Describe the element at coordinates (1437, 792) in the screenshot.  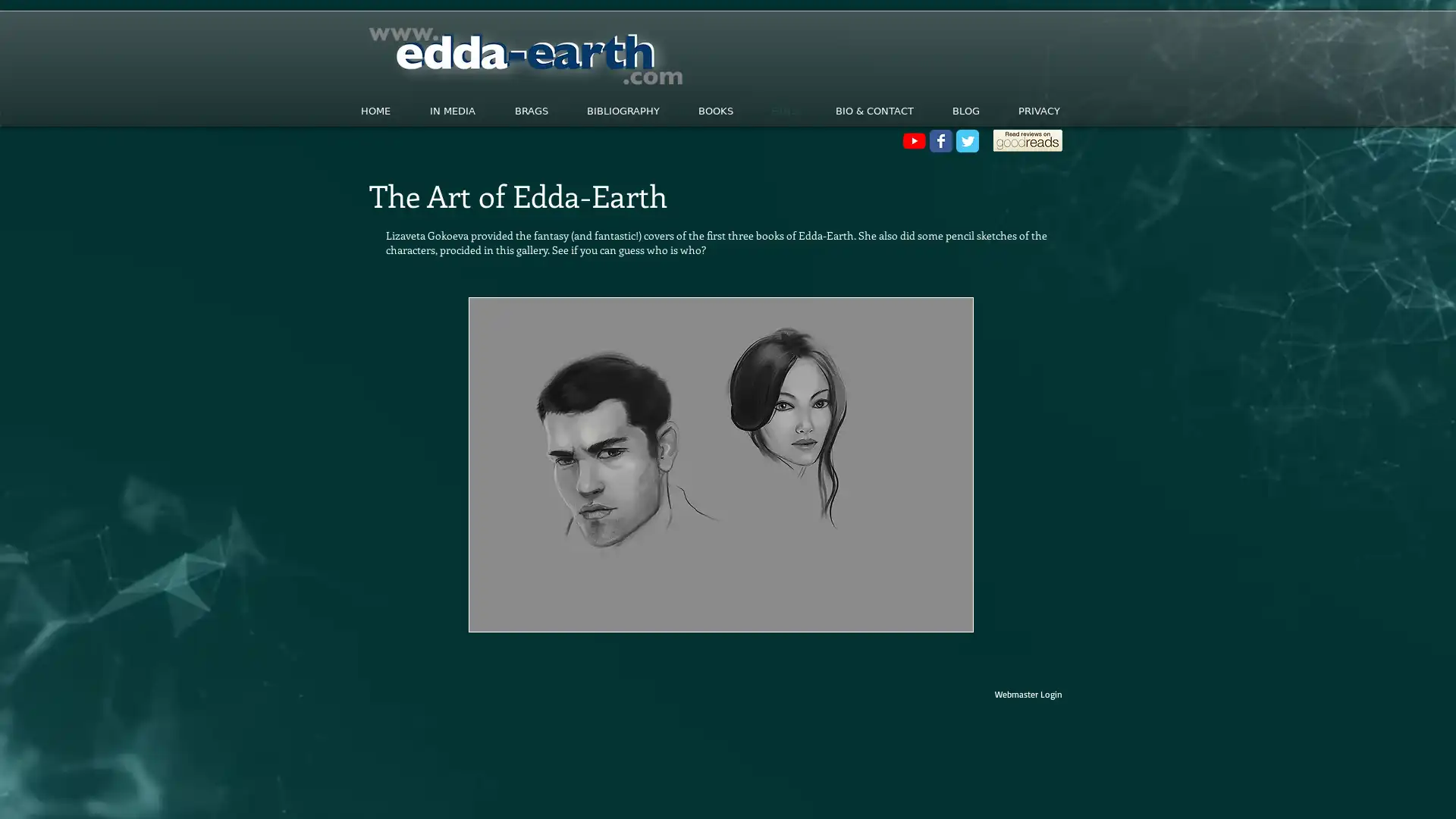
I see `Close` at that location.